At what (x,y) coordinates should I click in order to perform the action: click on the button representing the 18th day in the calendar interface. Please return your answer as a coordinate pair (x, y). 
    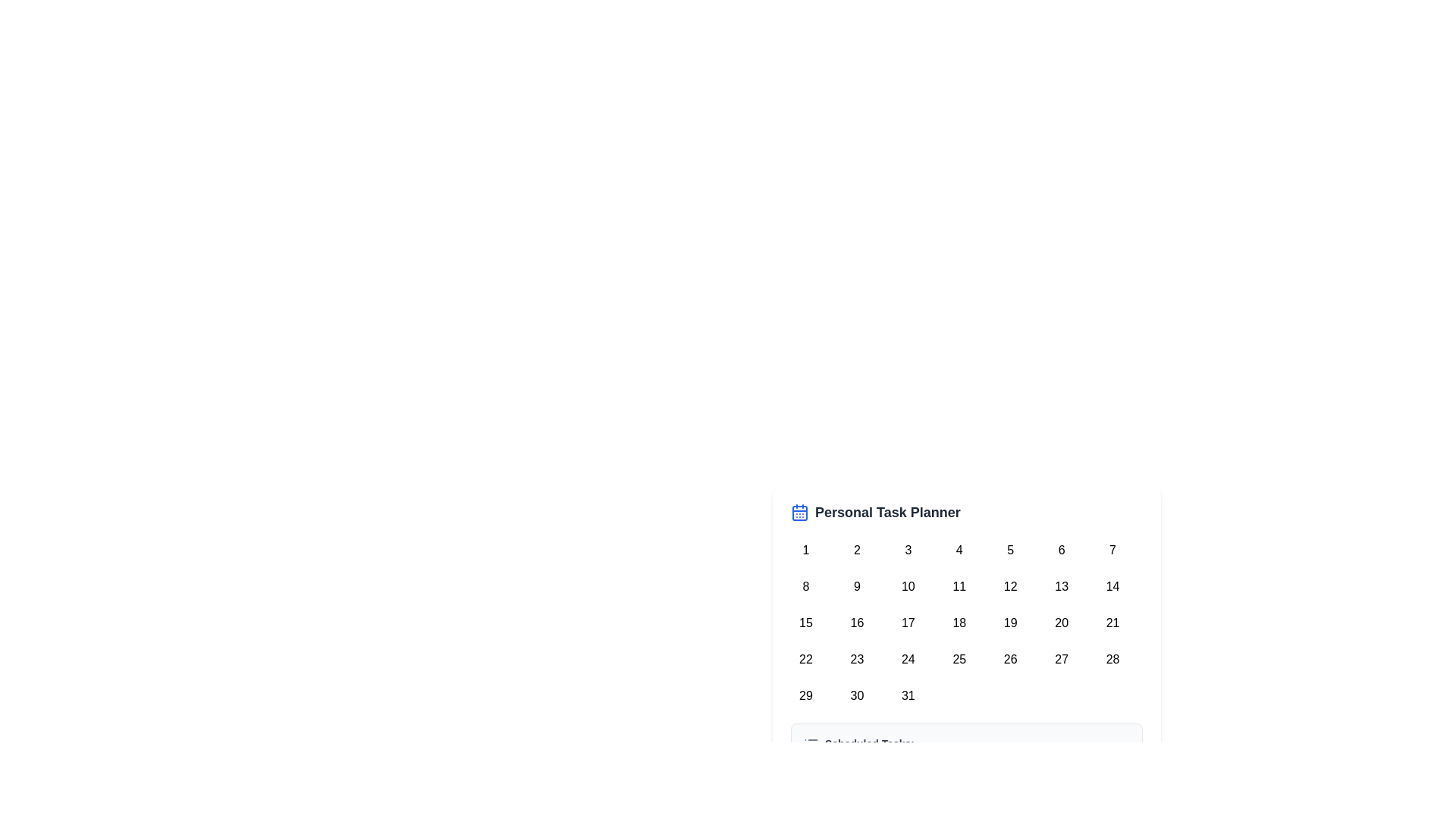
    Looking at the image, I should click on (959, 623).